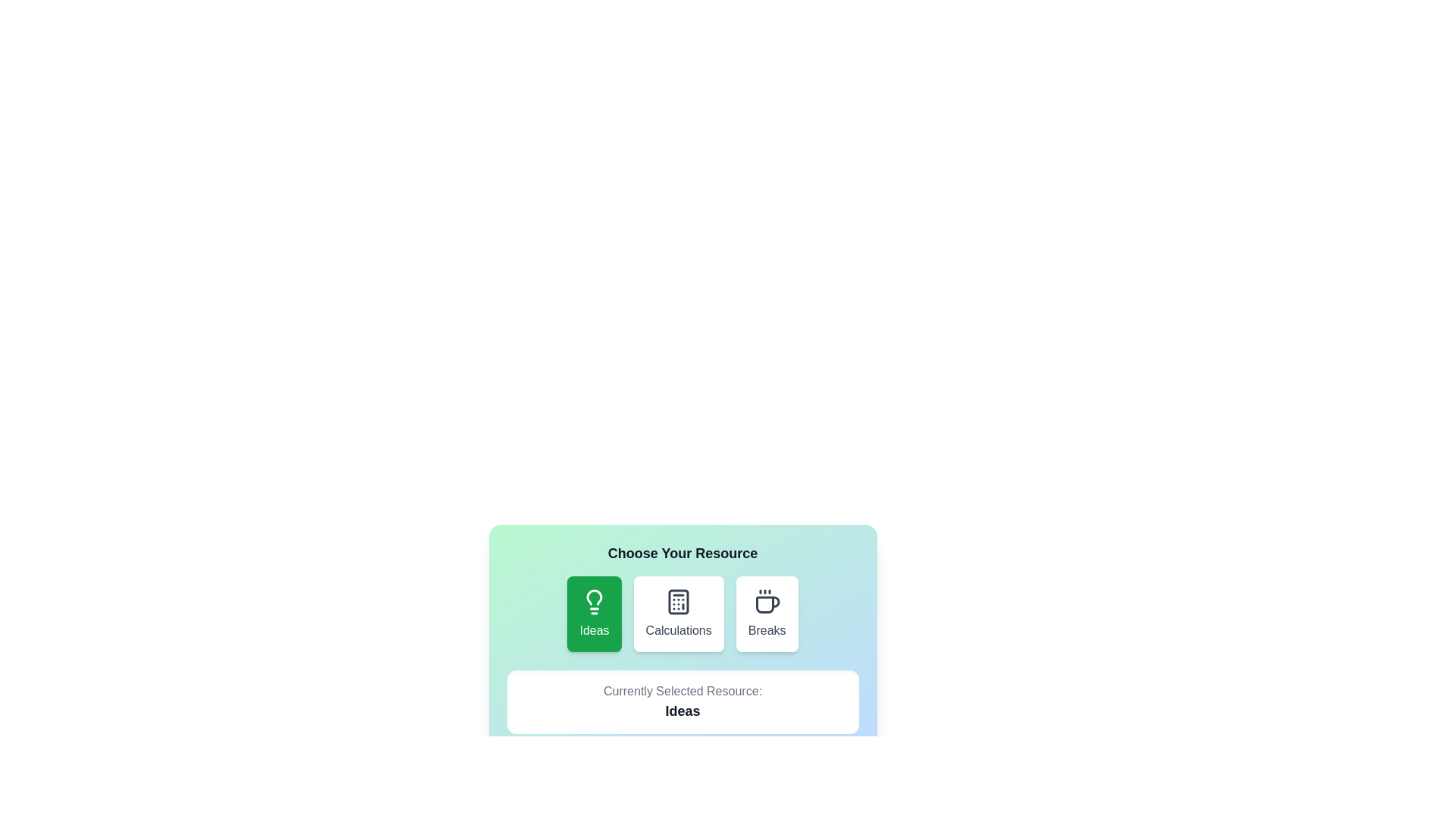 The height and width of the screenshot is (819, 1456). Describe the element at coordinates (593, 614) in the screenshot. I see `the button corresponding to the resource type Ideas` at that location.